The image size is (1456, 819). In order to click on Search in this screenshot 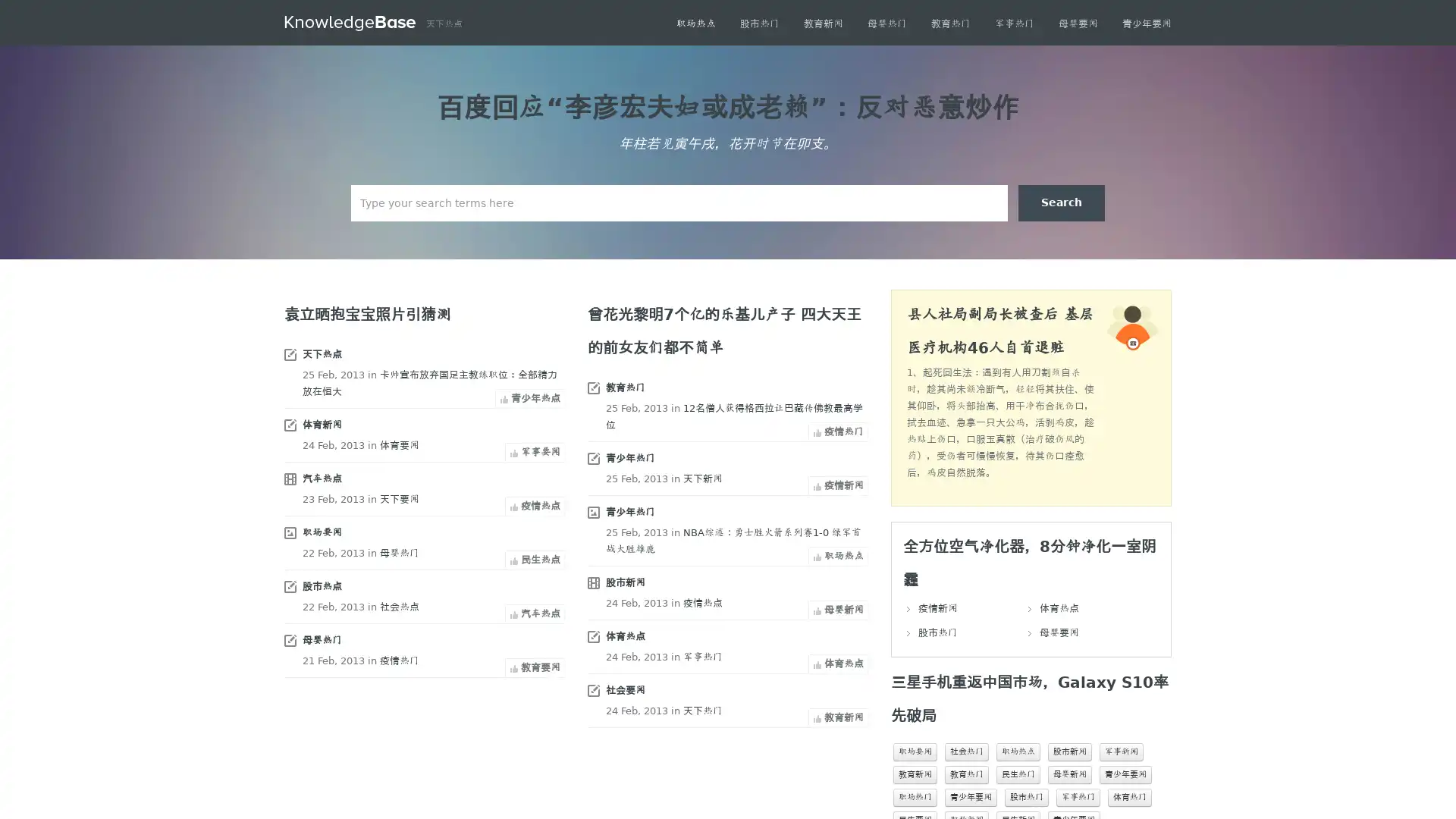, I will do `click(1061, 202)`.